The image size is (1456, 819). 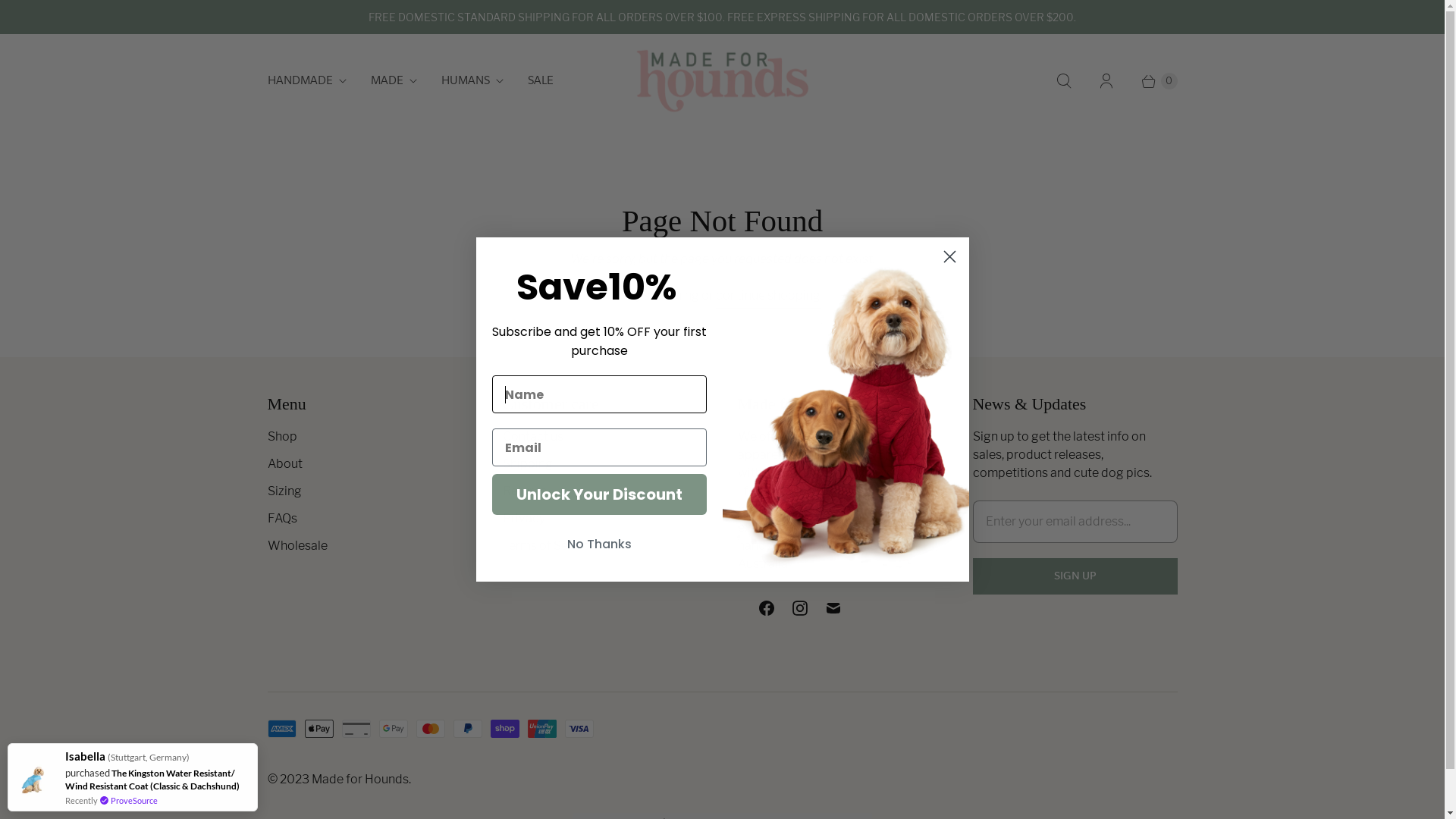 I want to click on 'Sign Up', so click(x=1073, y=576).